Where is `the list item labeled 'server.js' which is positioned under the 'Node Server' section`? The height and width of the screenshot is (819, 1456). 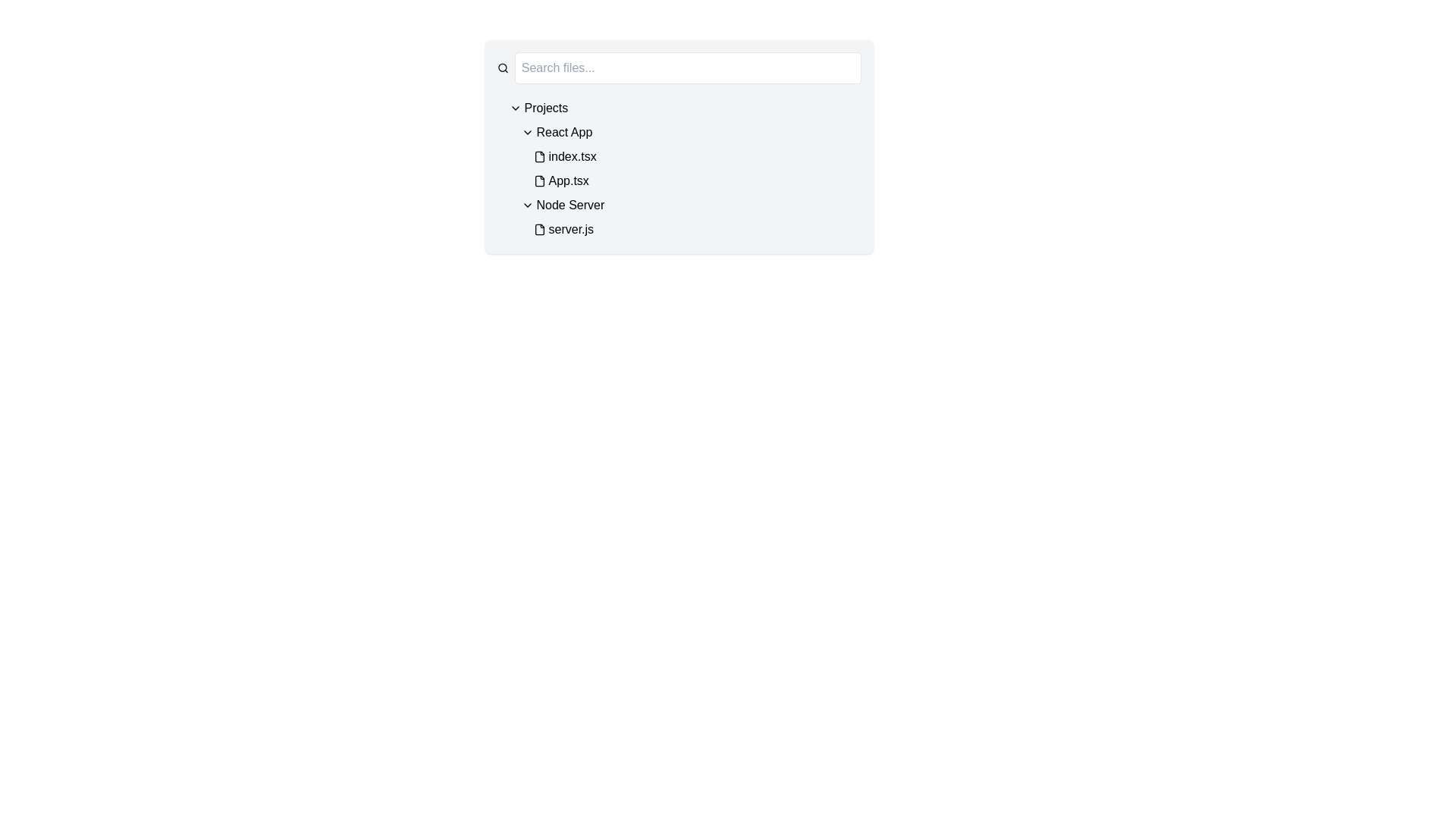 the list item labeled 'server.js' which is positioned under the 'Node Server' section is located at coordinates (696, 230).